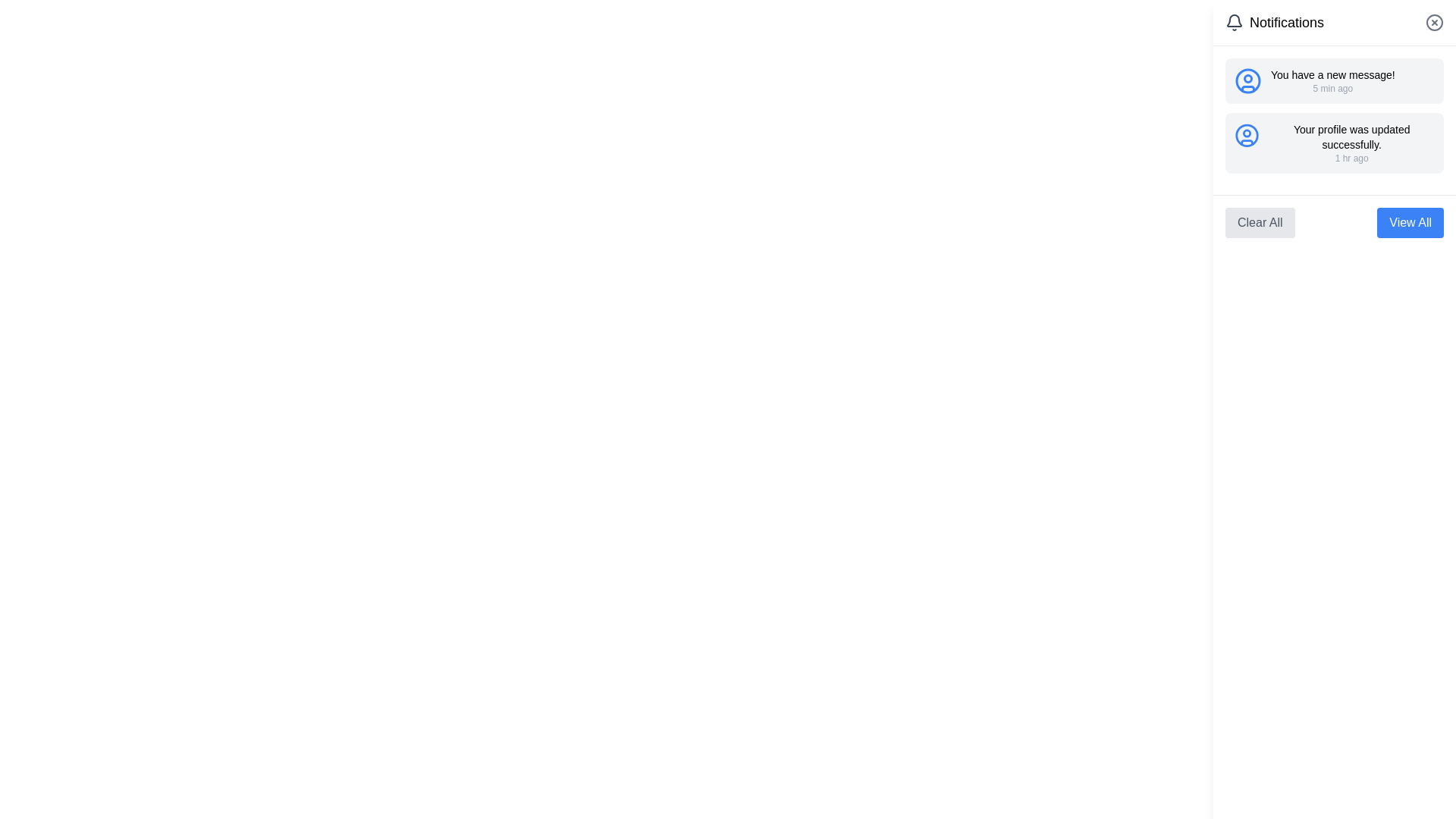 The width and height of the screenshot is (1456, 819). I want to click on the second notification displaying the message 'Your profile was updated successfully.' for additional actions, so click(1335, 143).